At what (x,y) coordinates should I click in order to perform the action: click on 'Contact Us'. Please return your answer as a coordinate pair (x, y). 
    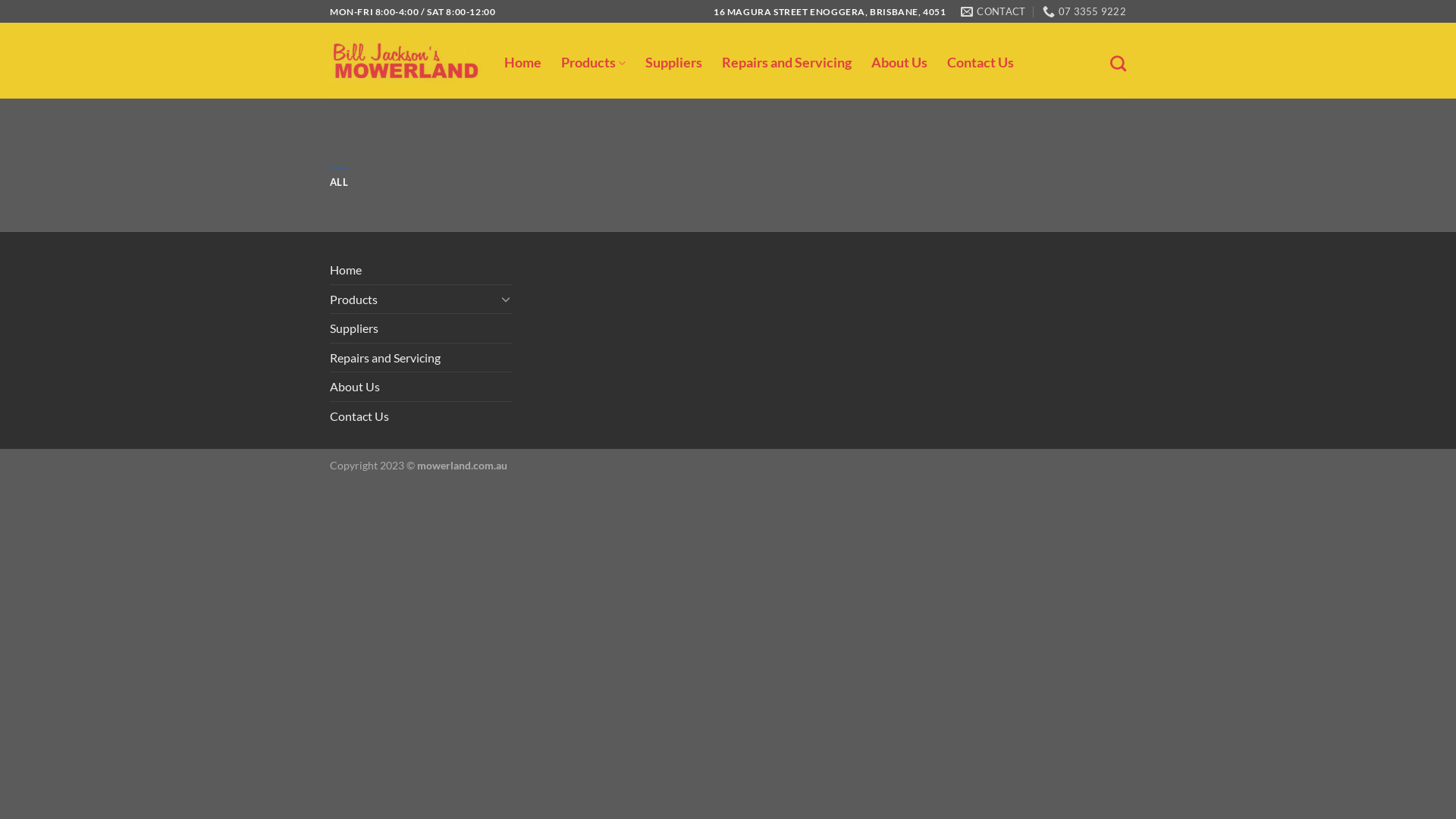
    Looking at the image, I should click on (359, 416).